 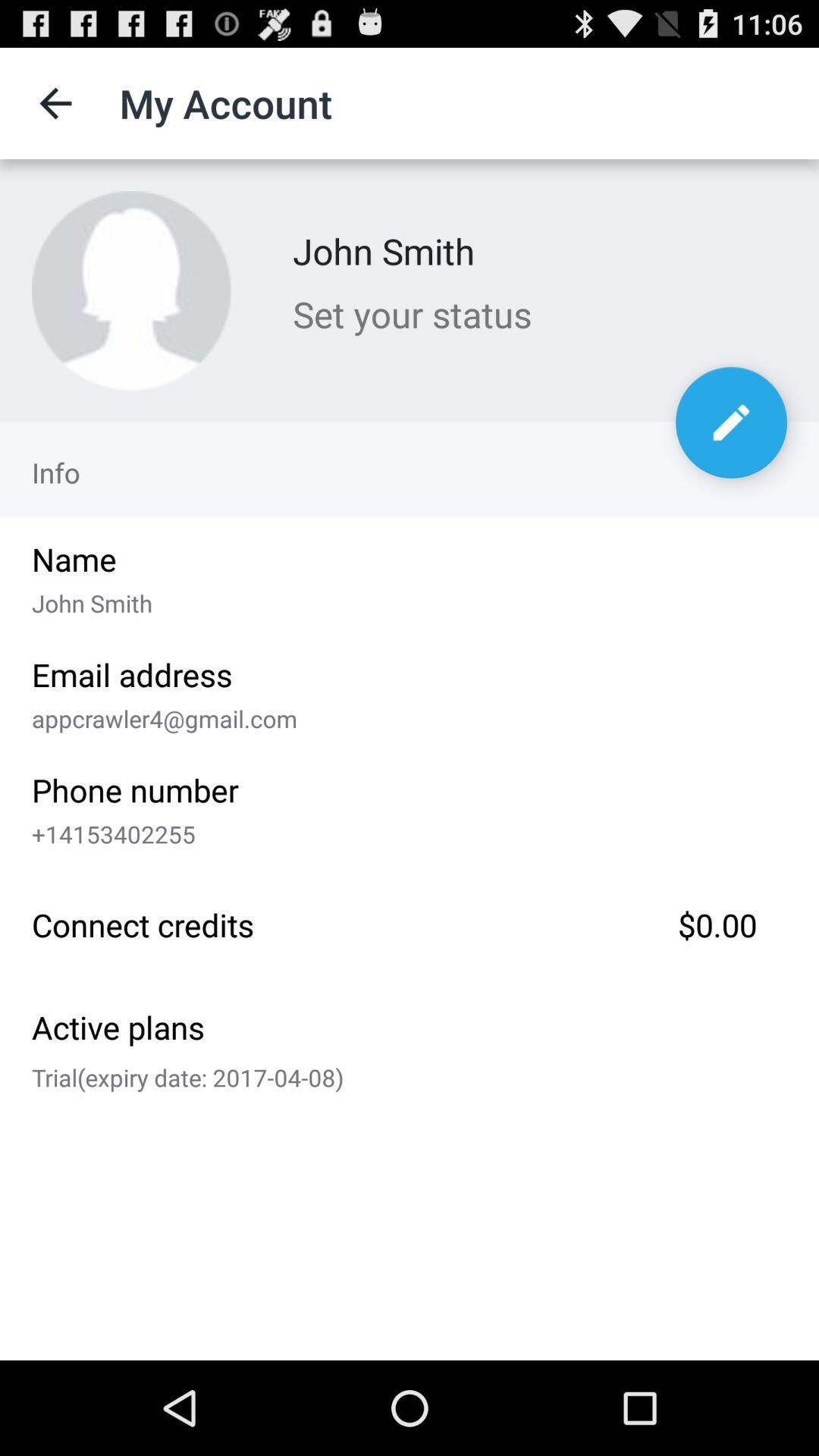 I want to click on open information page, so click(x=730, y=422).